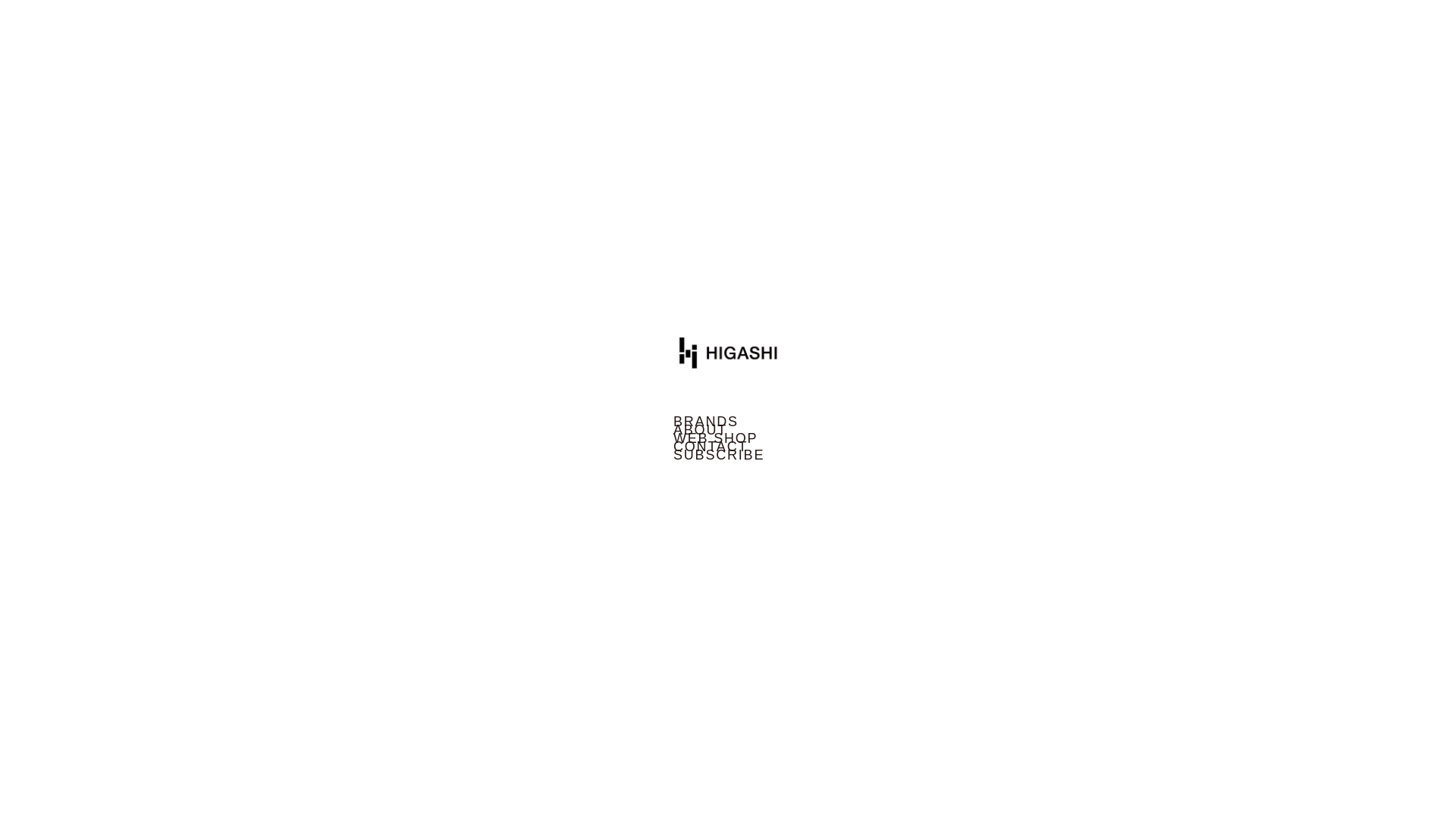  What do you see at coordinates (728, 446) in the screenshot?
I see `'CONTACT'` at bounding box center [728, 446].